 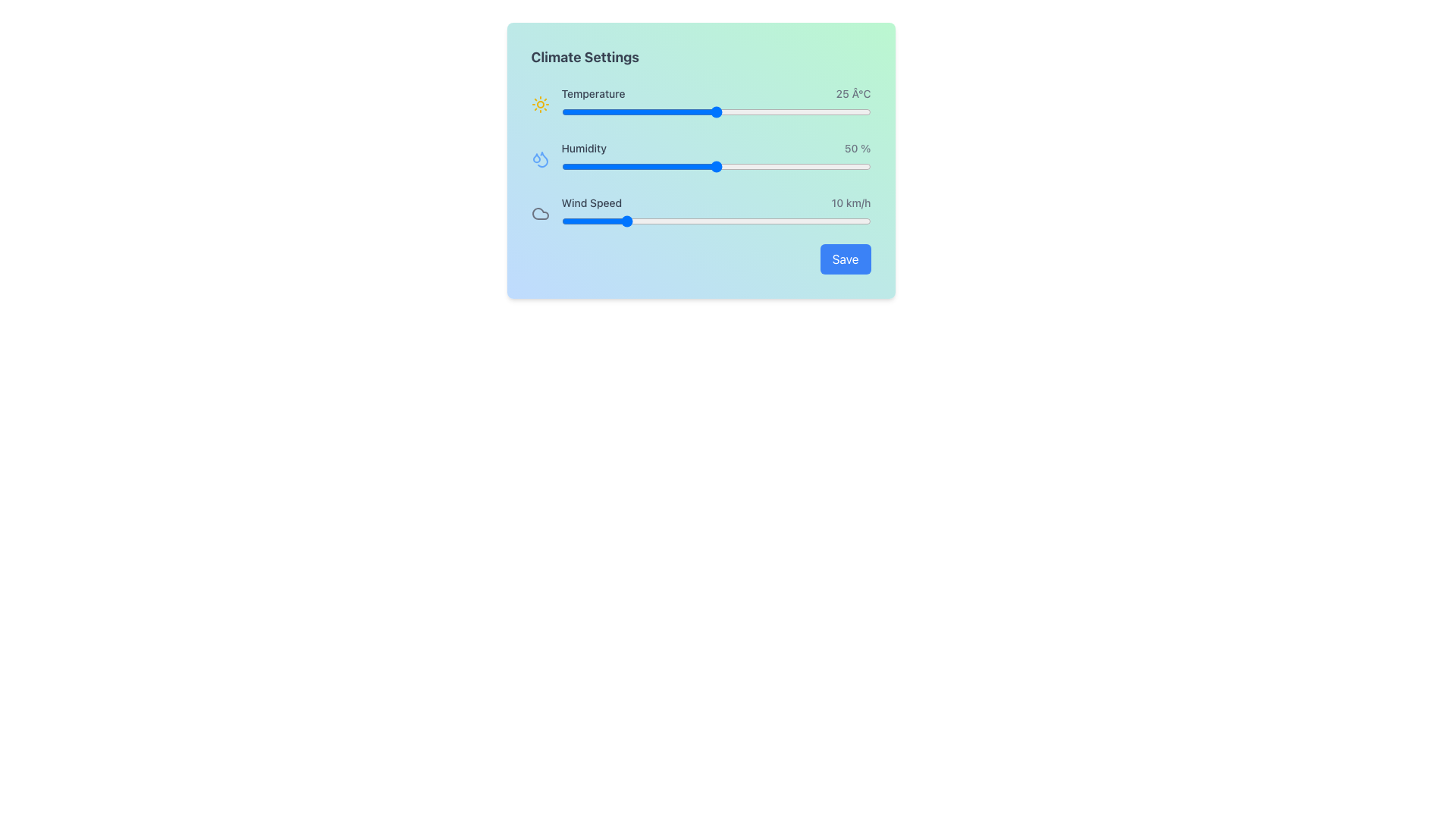 I want to click on humidity, so click(x=678, y=166).